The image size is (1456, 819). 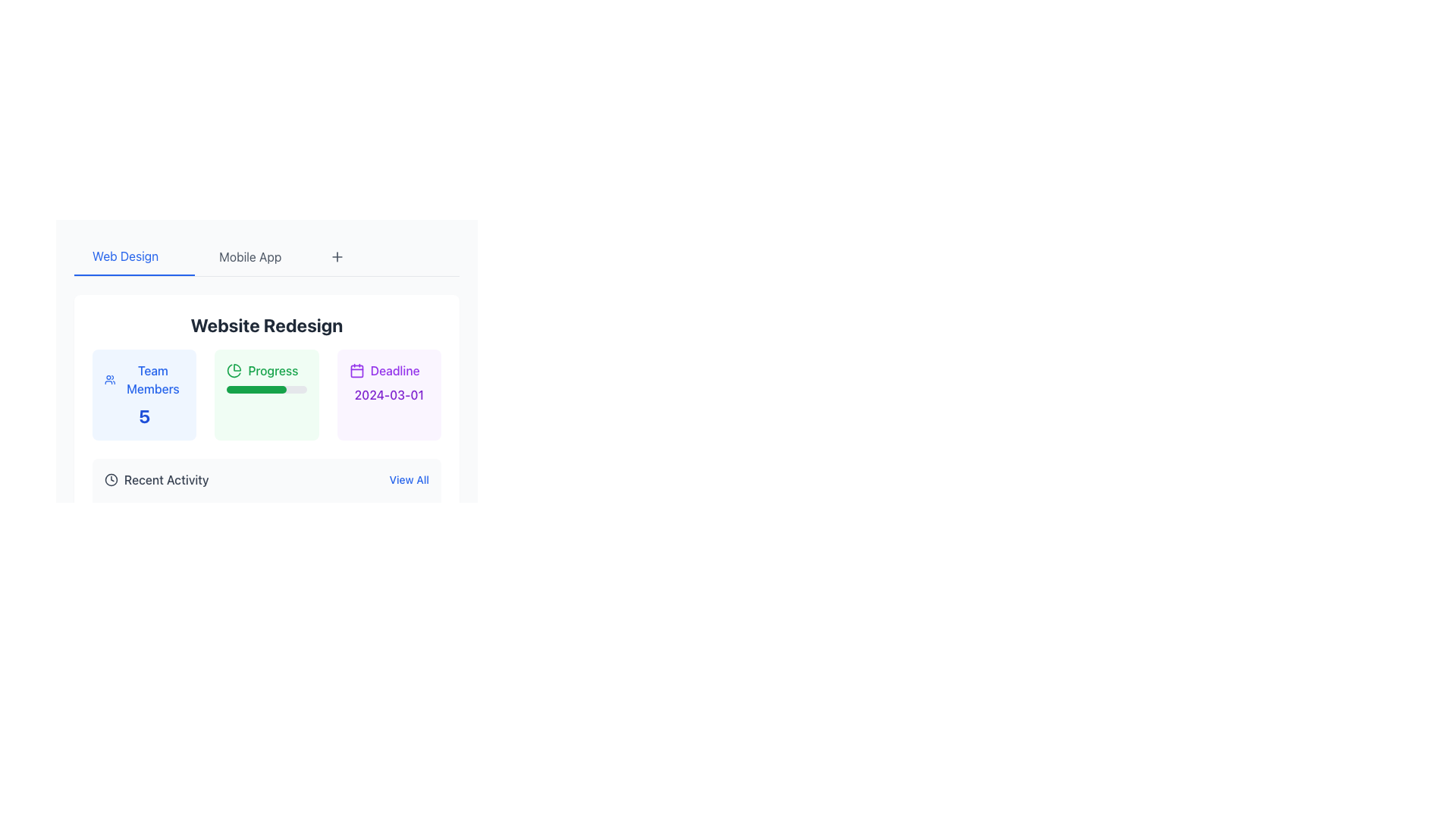 What do you see at coordinates (266, 256) in the screenshot?
I see `the 'Mobile App' navigation tab located in the top navigation bar, which is positioned between the 'Web Design' tab and the '+' button` at bounding box center [266, 256].